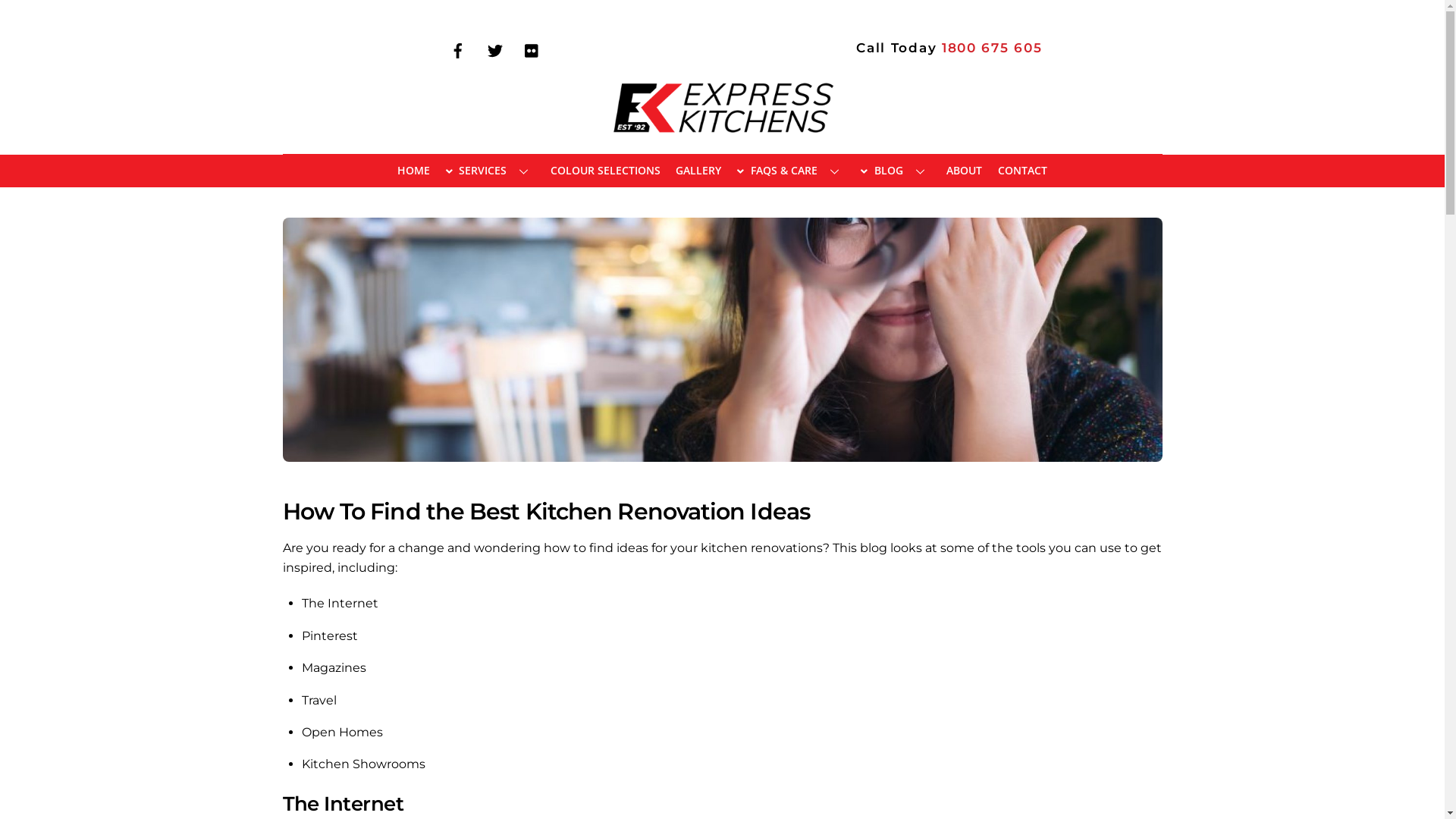 This screenshot has width=1456, height=819. Describe the element at coordinates (604, 170) in the screenshot. I see `'COLOUR SELECTIONS'` at that location.